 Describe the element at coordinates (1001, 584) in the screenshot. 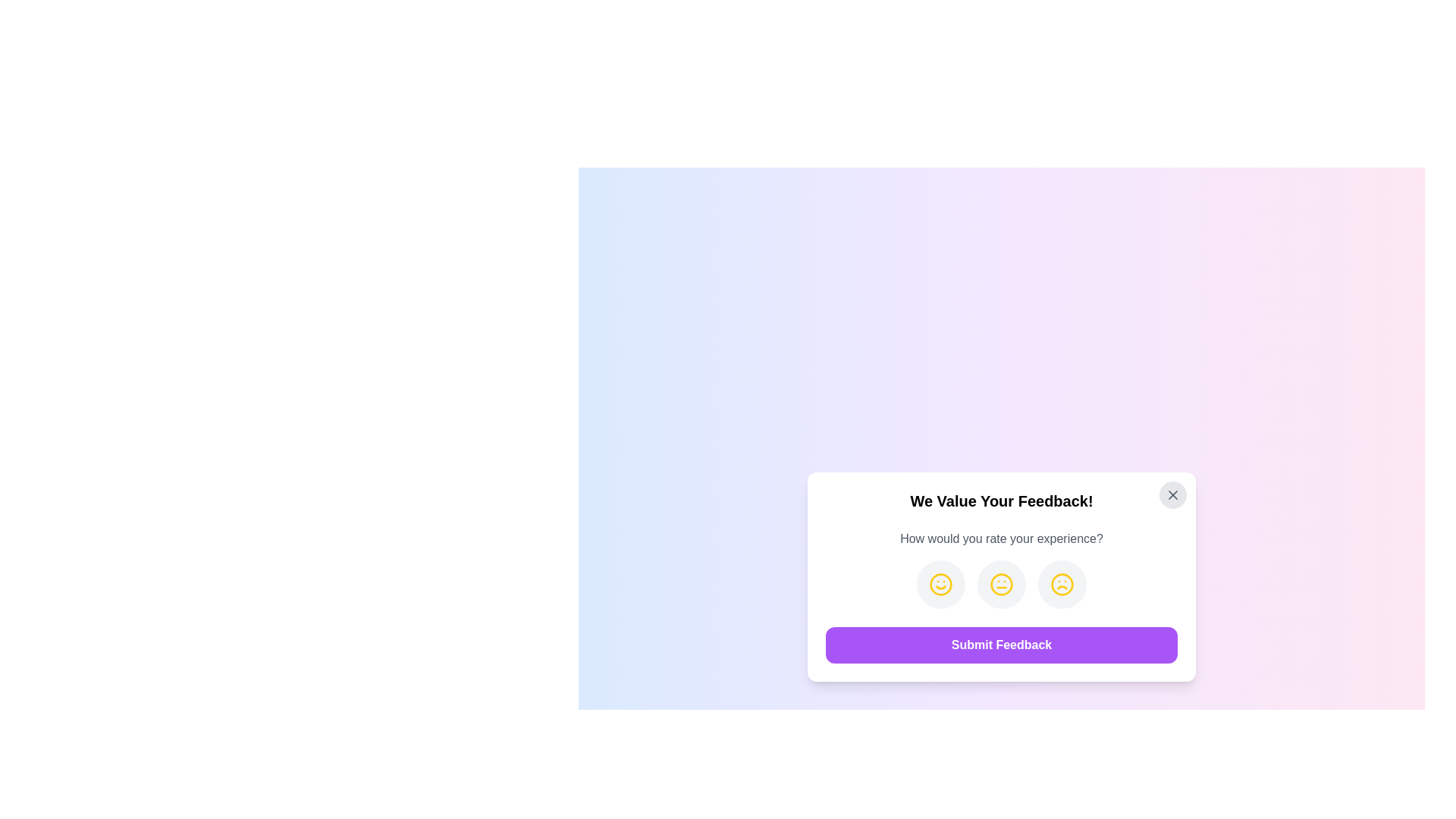

I see `the circular button with a neutral face emoji` at that location.